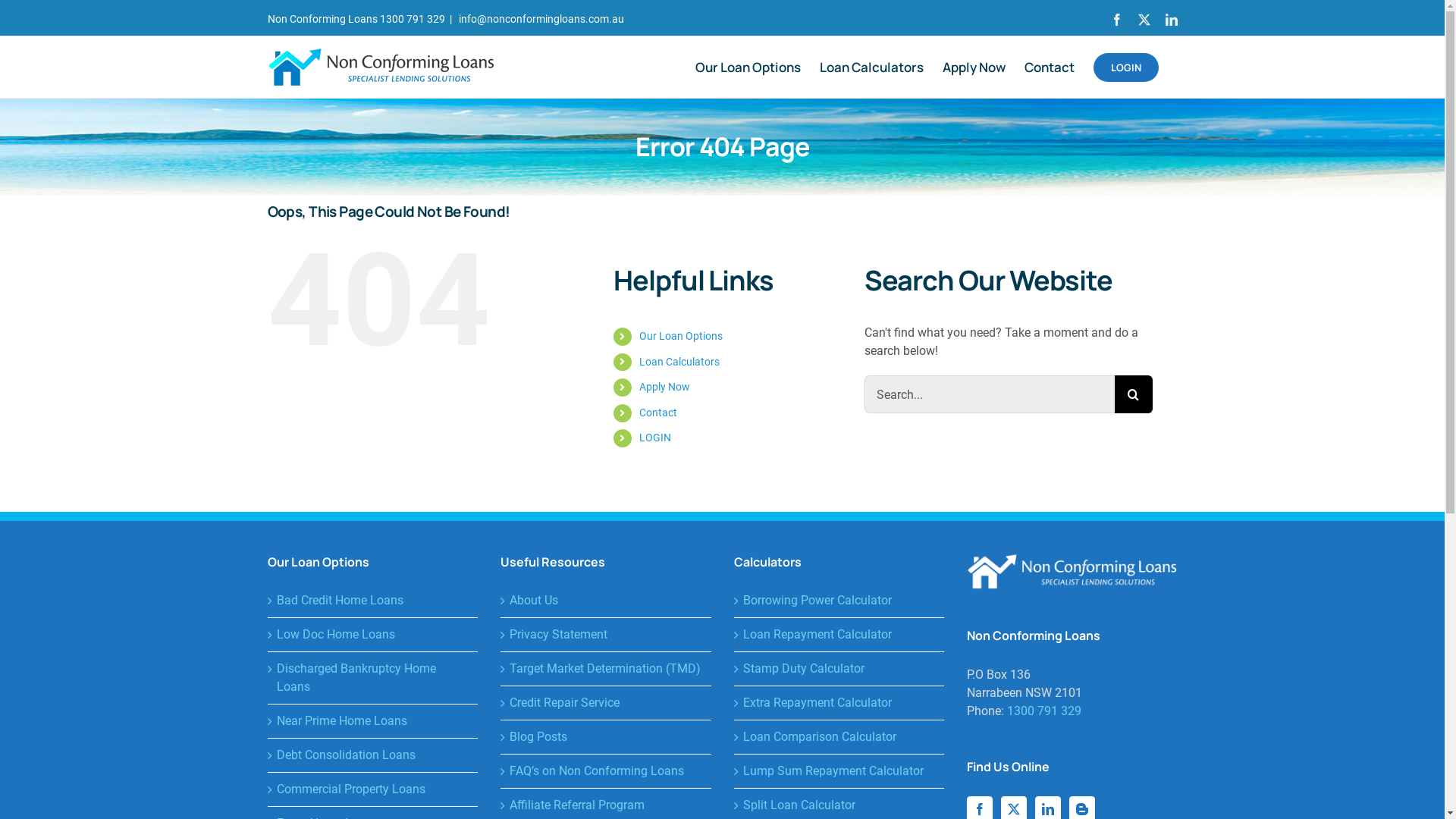 This screenshot has width=1456, height=819. I want to click on 'Privacy Statement', so click(607, 635).